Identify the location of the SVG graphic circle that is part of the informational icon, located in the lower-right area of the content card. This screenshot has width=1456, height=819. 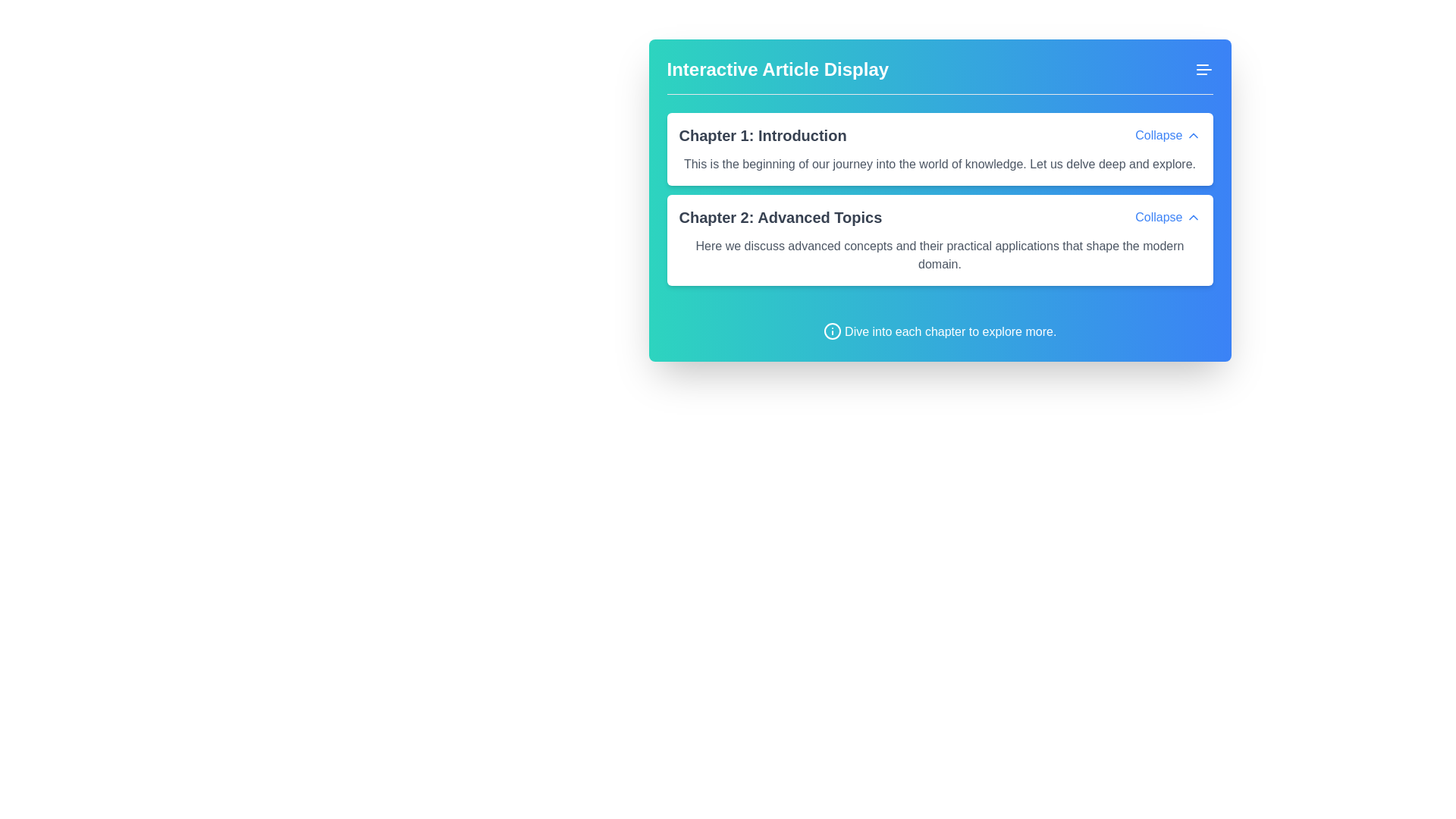
(831, 330).